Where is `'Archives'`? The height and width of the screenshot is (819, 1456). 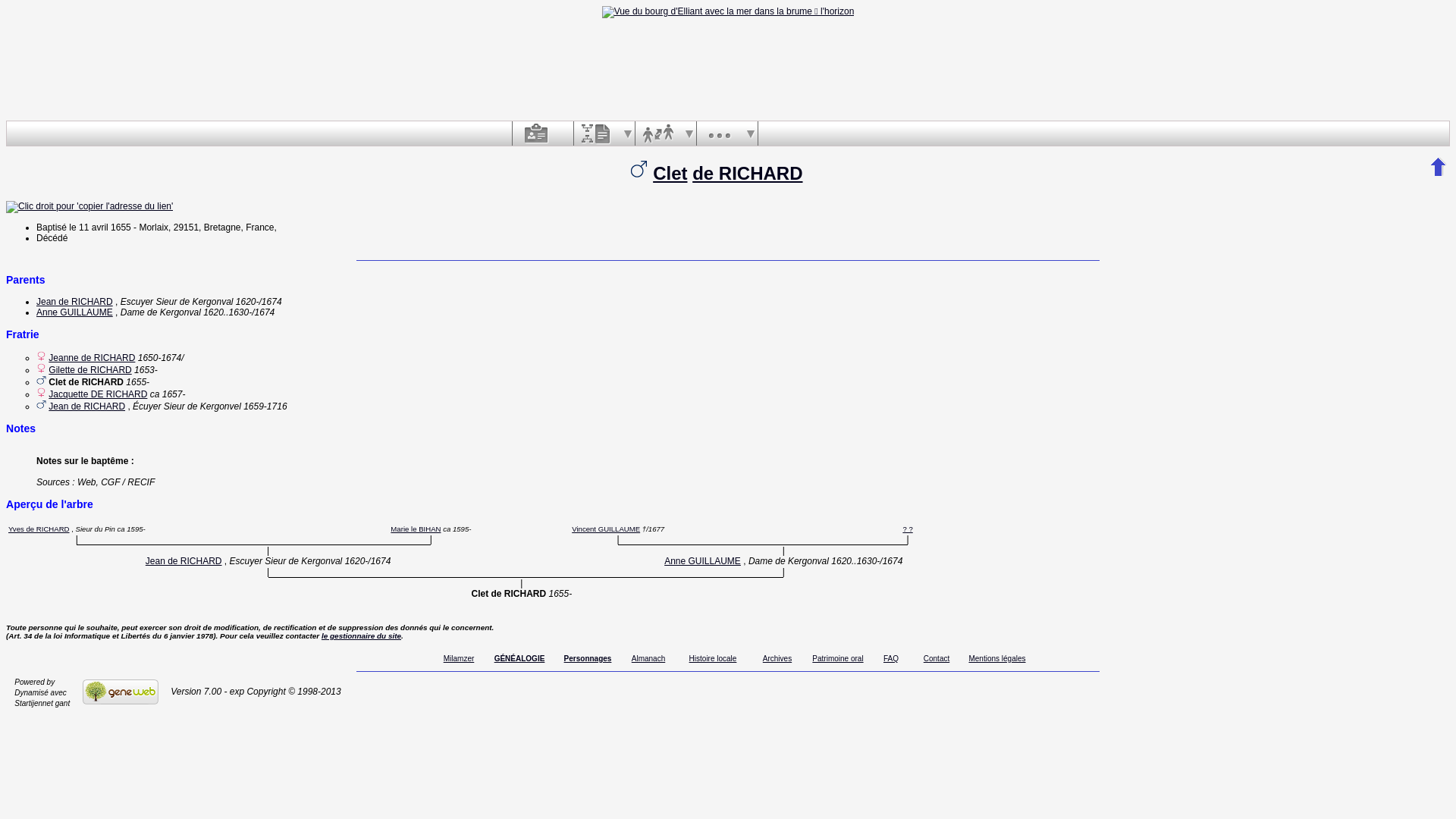
'Archives' is located at coordinates (777, 657).